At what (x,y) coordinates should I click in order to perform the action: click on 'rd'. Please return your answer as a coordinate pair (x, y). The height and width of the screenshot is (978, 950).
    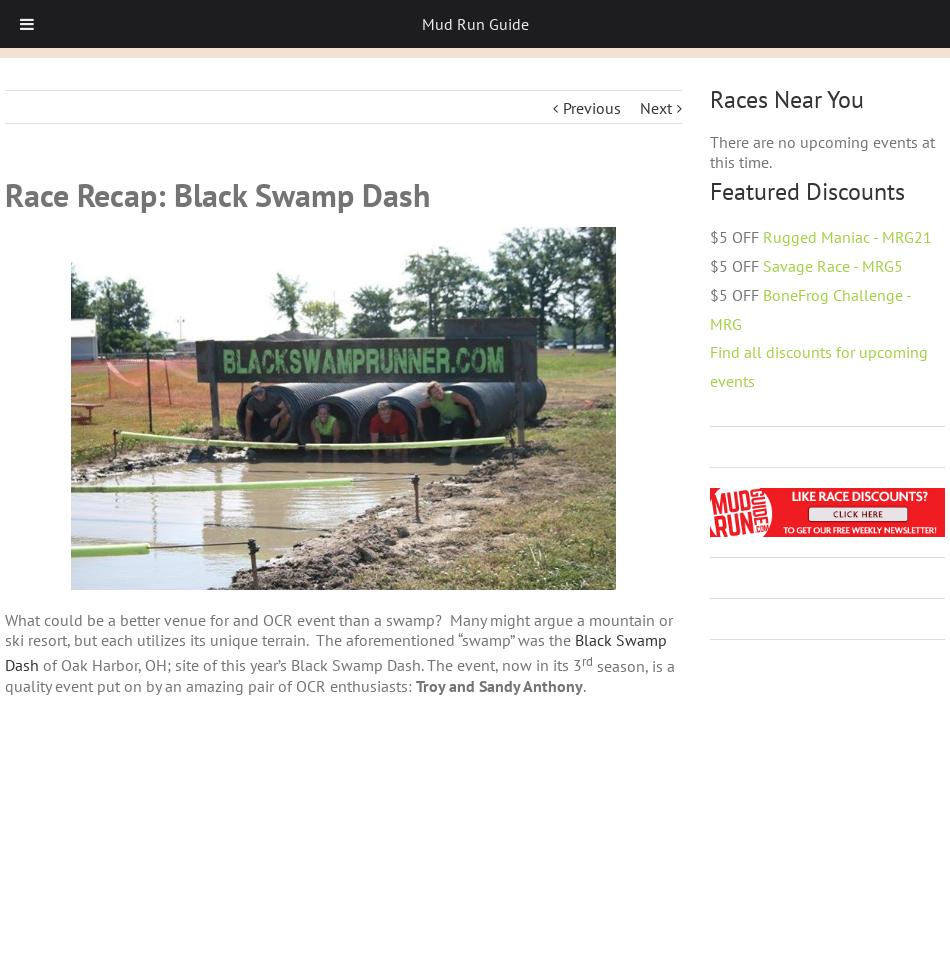
    Looking at the image, I should click on (581, 659).